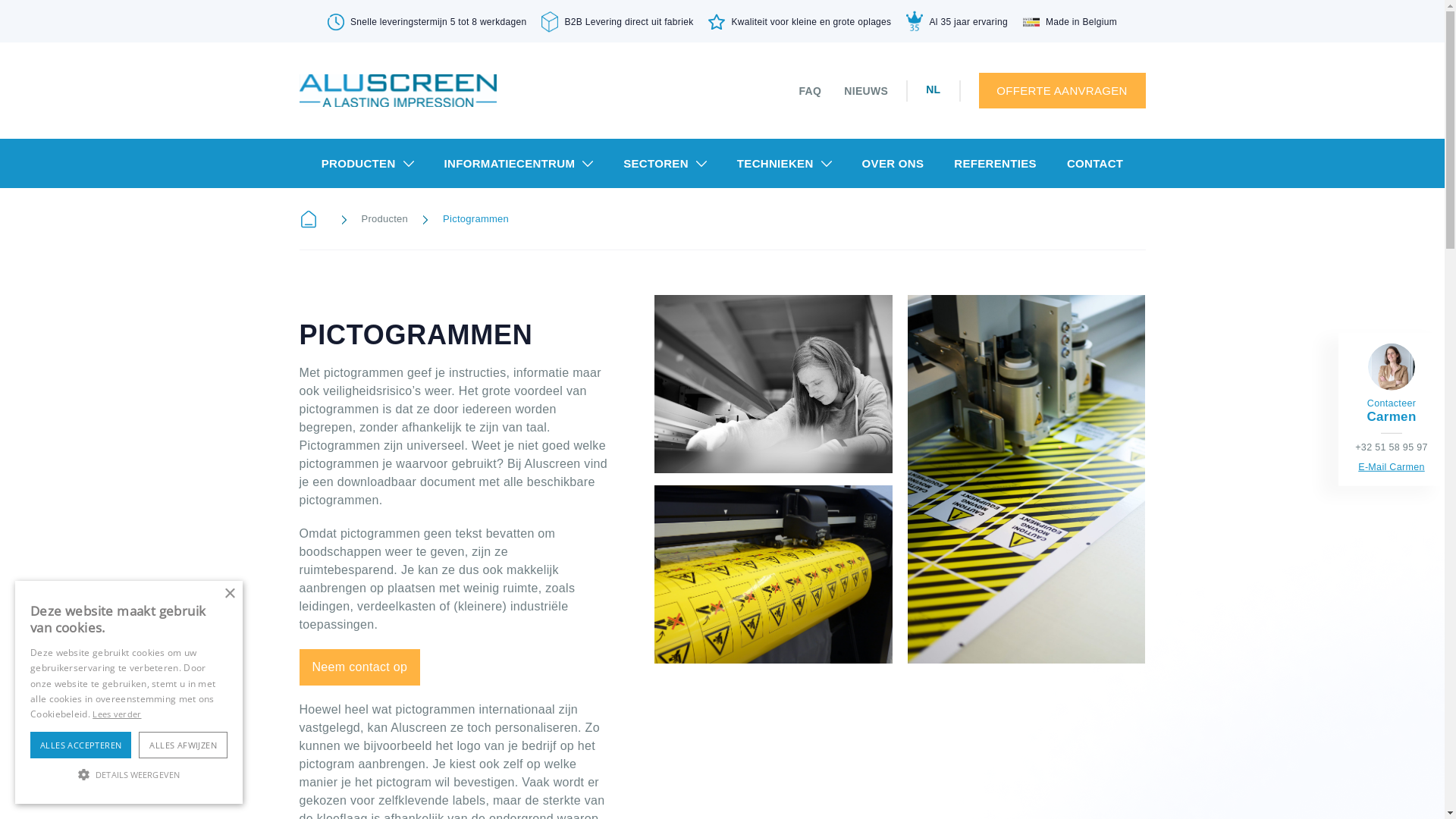 The image size is (1456, 819). What do you see at coordinates (1391, 466) in the screenshot?
I see `'E-Mail Carmen'` at bounding box center [1391, 466].